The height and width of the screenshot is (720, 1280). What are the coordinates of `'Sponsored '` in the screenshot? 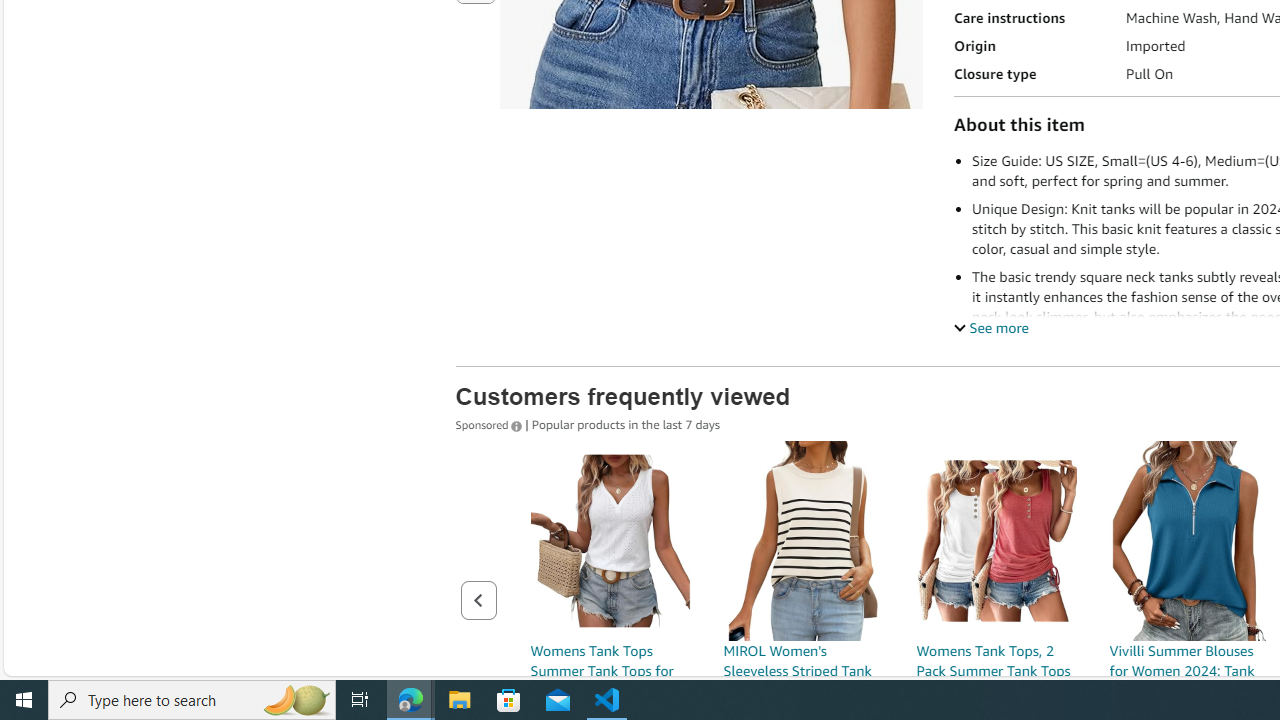 It's located at (490, 422).